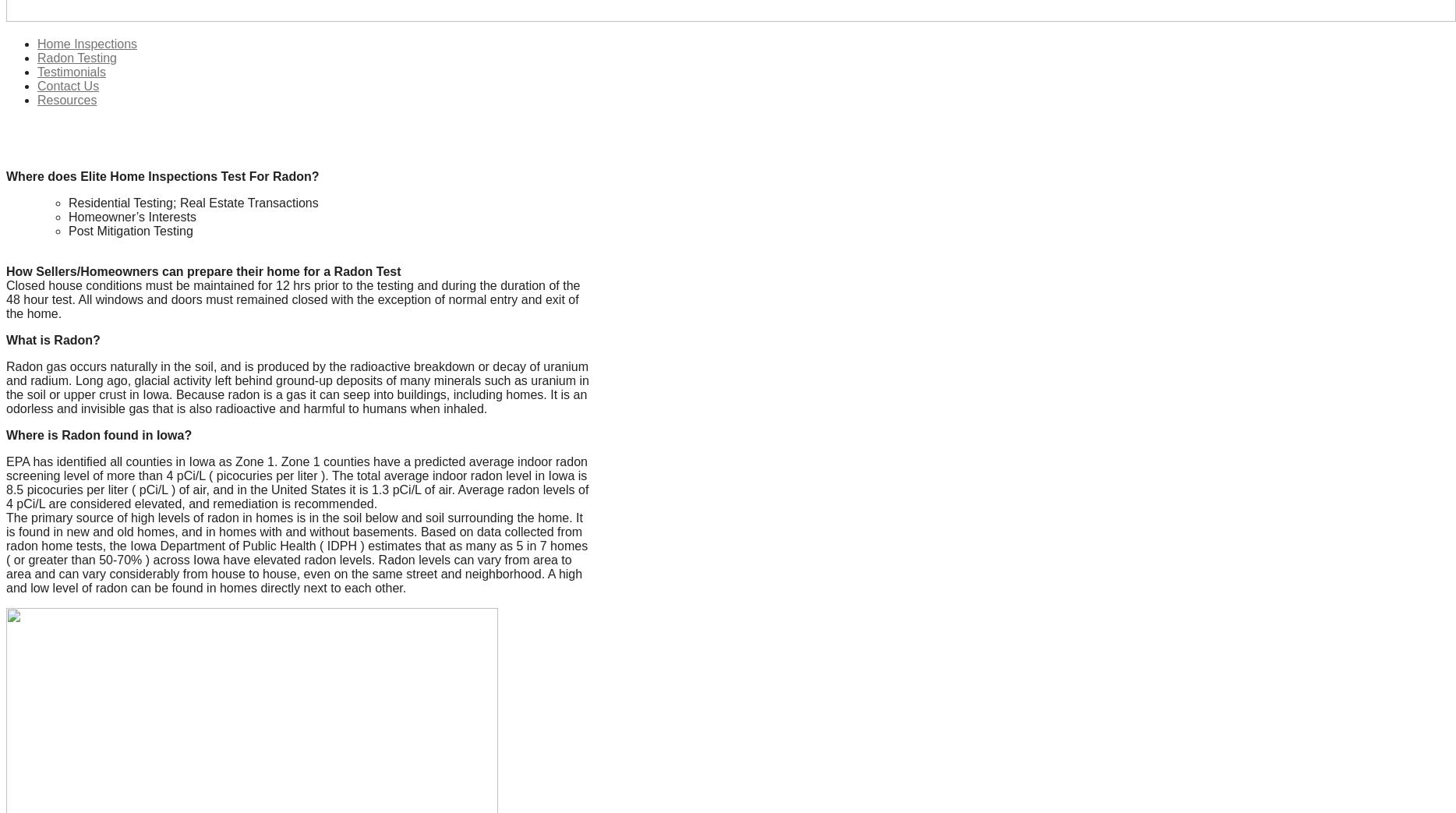 The image size is (1456, 813). I want to click on 'Contact Us', so click(68, 86).